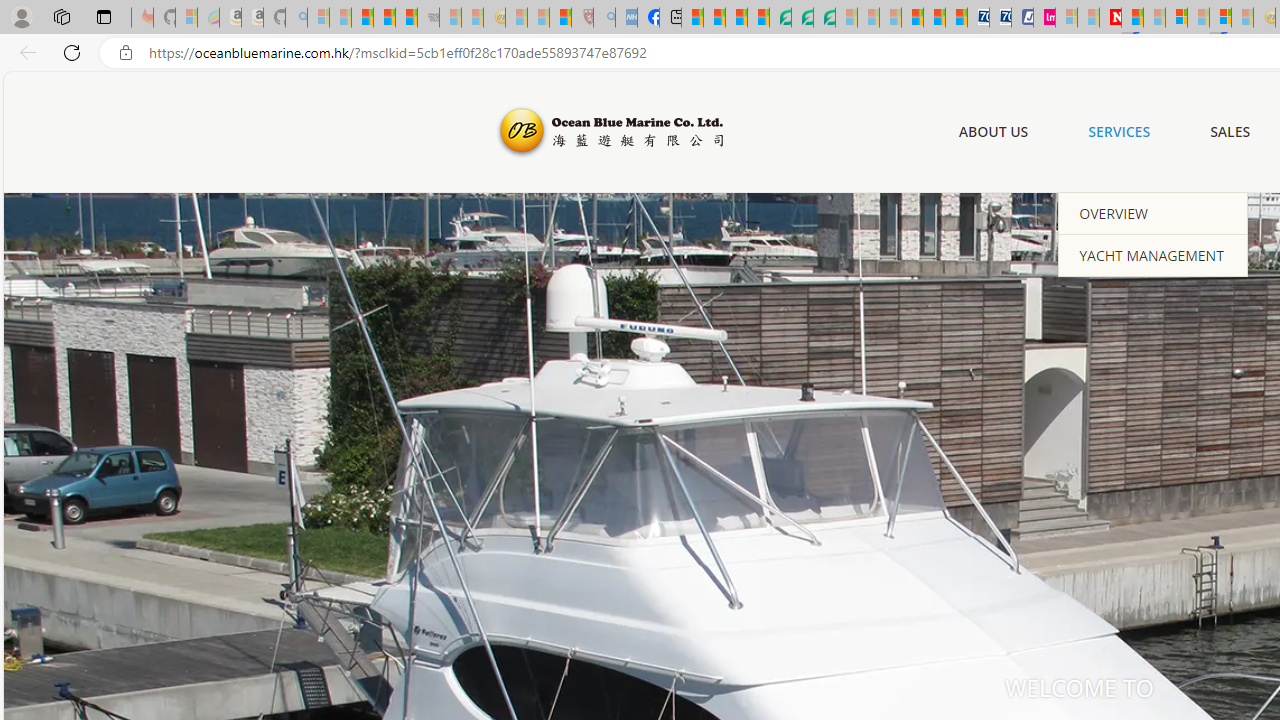 This screenshot has height=720, width=1280. Describe the element at coordinates (362, 17) in the screenshot. I see `'The Weather Channel - MSN'` at that location.